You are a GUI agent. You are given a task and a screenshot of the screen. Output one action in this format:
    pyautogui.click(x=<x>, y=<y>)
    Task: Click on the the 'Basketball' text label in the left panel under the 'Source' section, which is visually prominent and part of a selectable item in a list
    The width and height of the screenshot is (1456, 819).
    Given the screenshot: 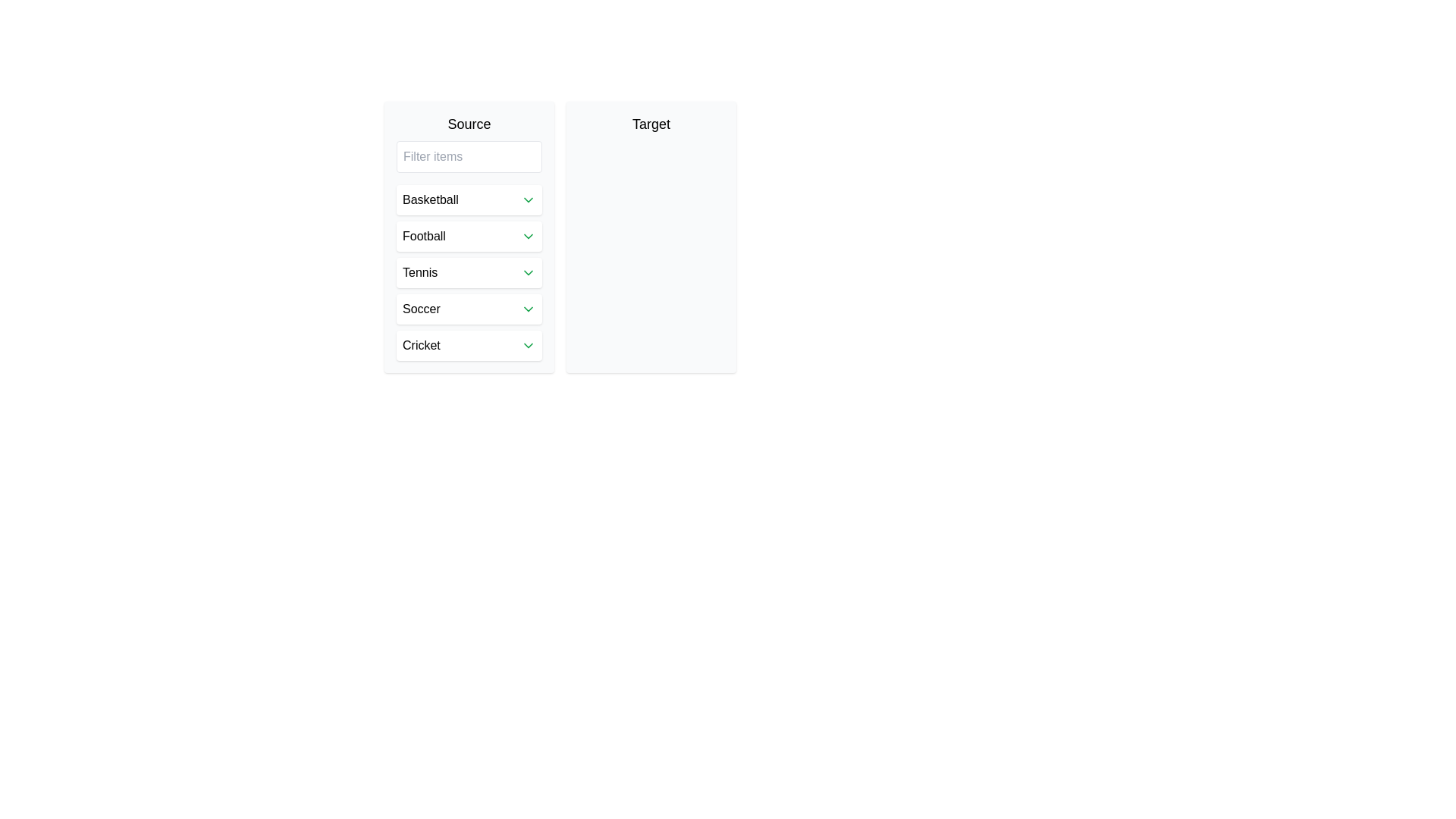 What is the action you would take?
    pyautogui.click(x=429, y=199)
    